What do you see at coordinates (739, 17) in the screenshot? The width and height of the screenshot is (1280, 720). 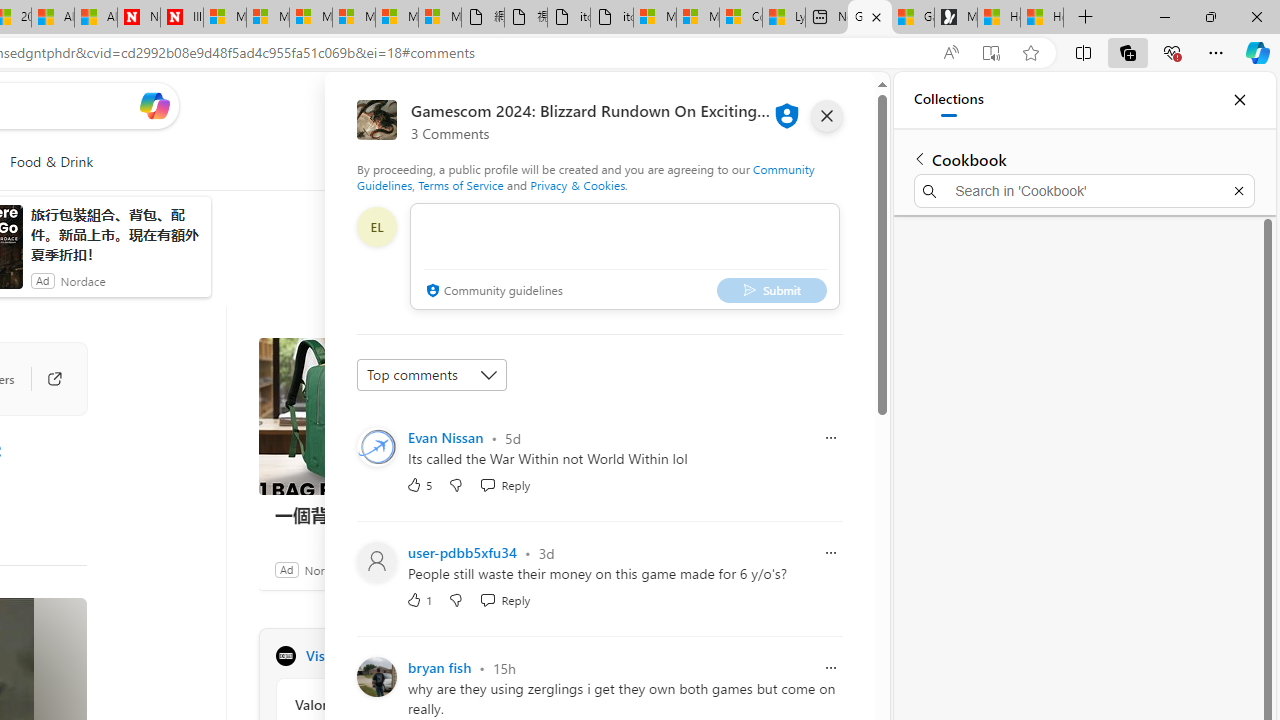 I see `'Consumer Health Data Privacy Policy'` at bounding box center [739, 17].